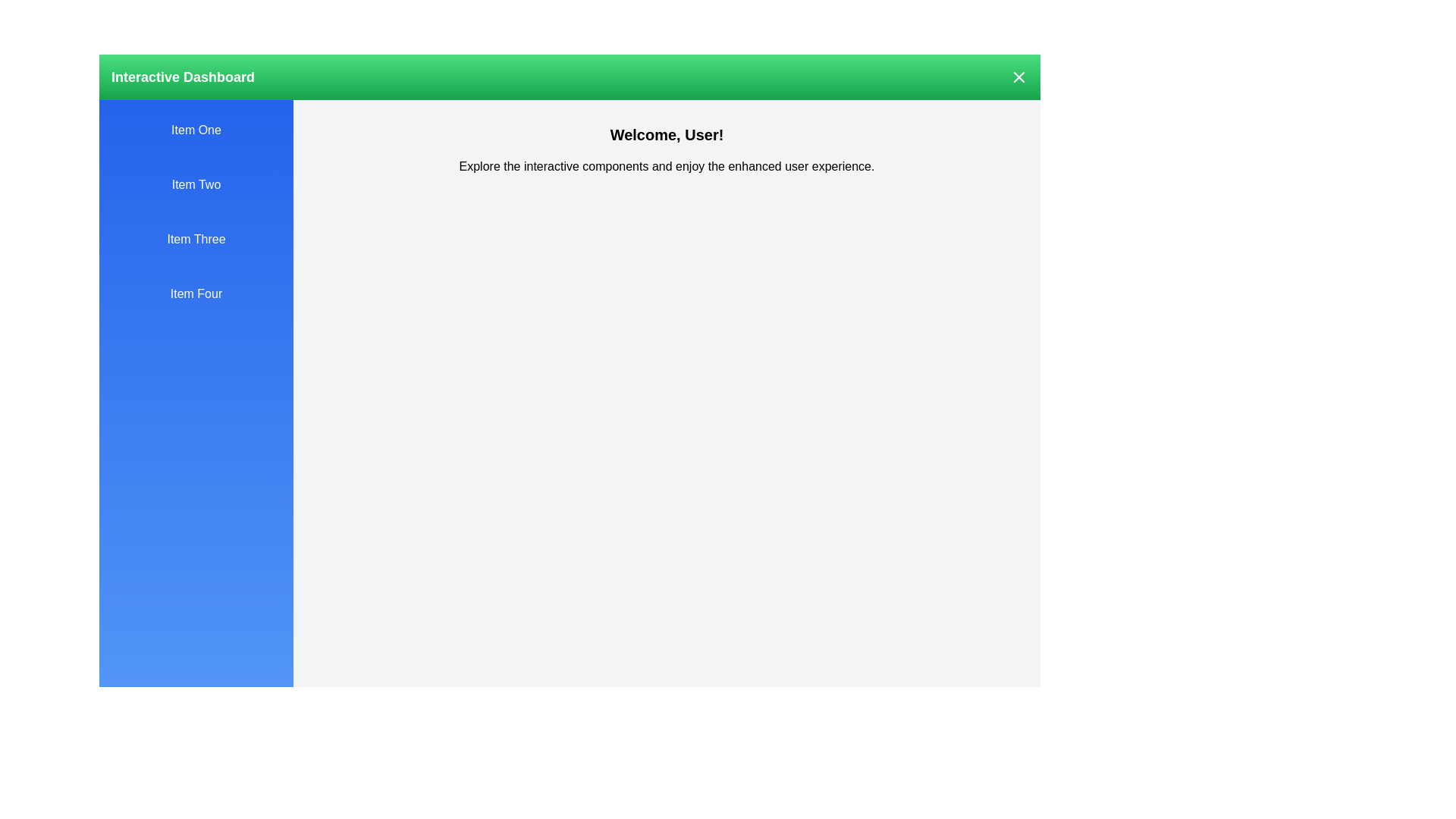 This screenshot has height=819, width=1456. I want to click on the drawer item Item Two to observe the hover effect, so click(196, 184).